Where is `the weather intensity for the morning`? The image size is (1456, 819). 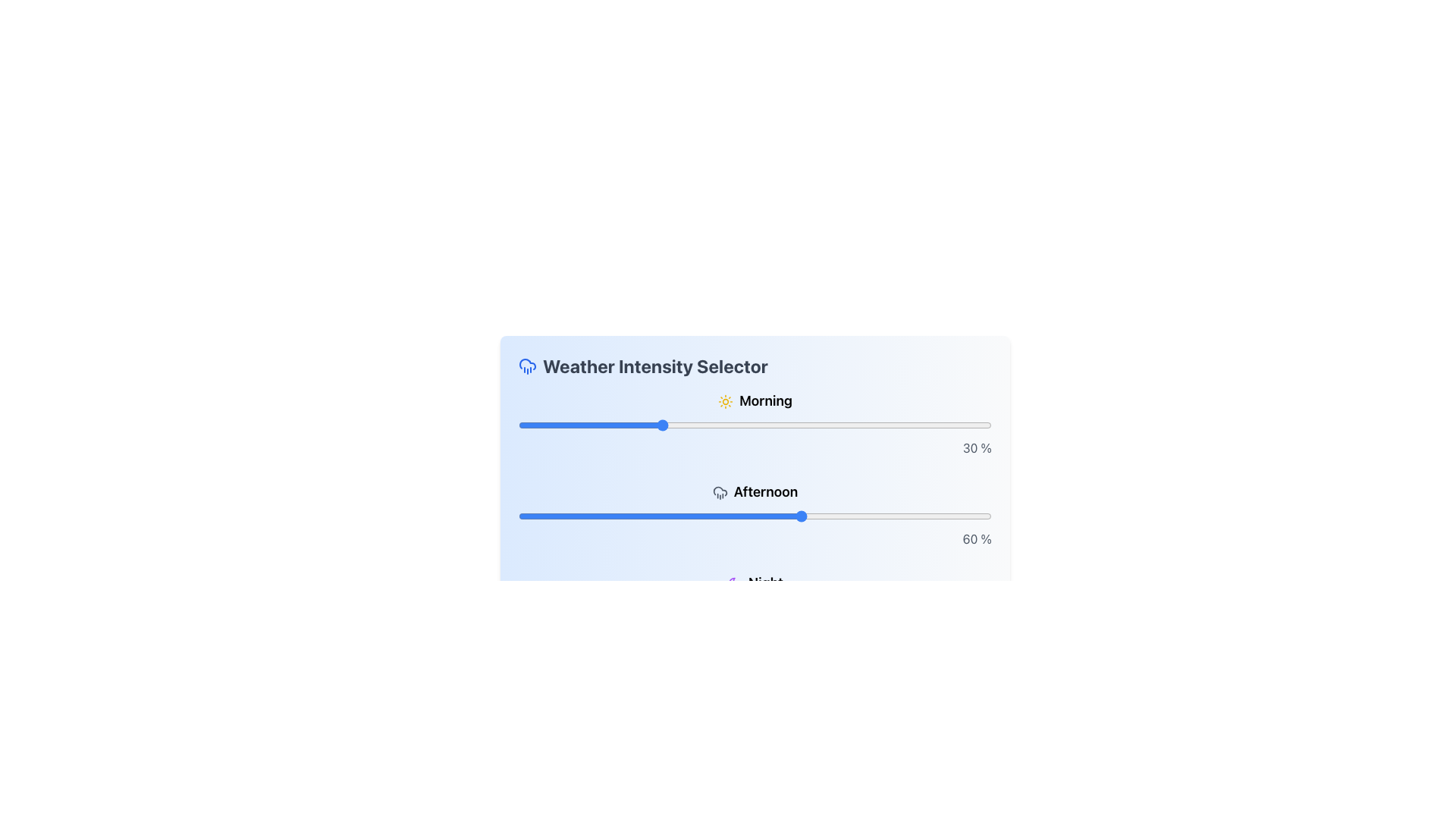 the weather intensity for the morning is located at coordinates (546, 425).